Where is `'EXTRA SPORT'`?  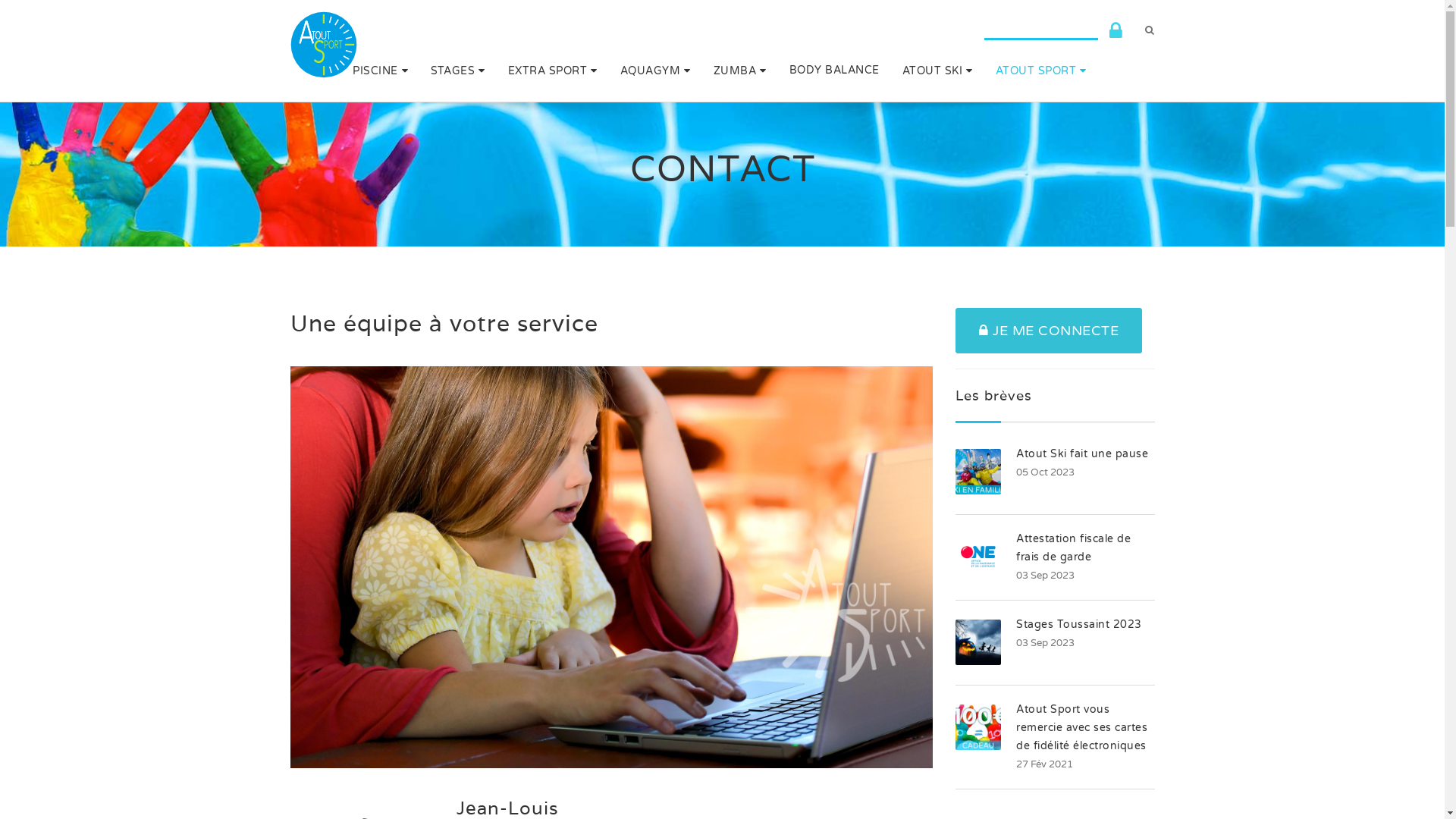 'EXTRA SPORT' is located at coordinates (551, 70).